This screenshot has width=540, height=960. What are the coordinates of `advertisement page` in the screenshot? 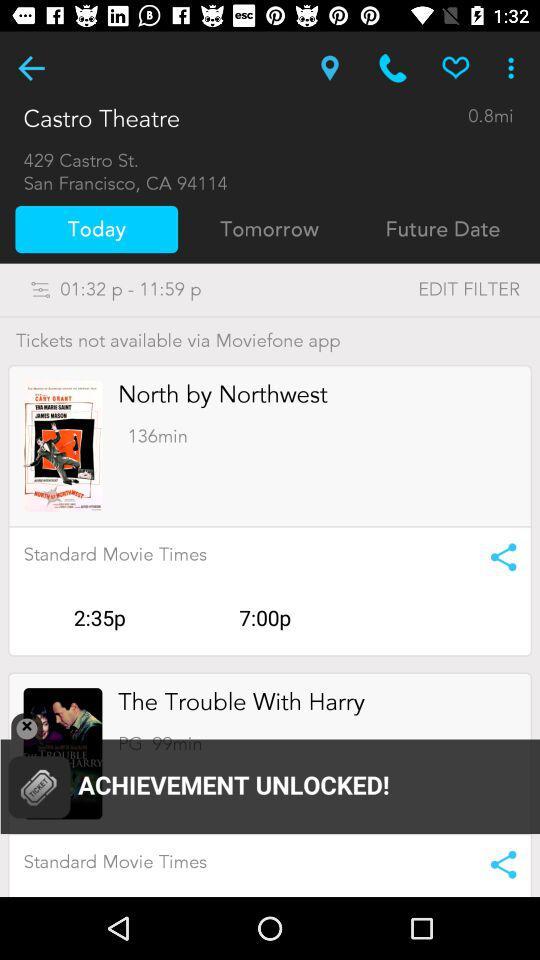 It's located at (63, 752).